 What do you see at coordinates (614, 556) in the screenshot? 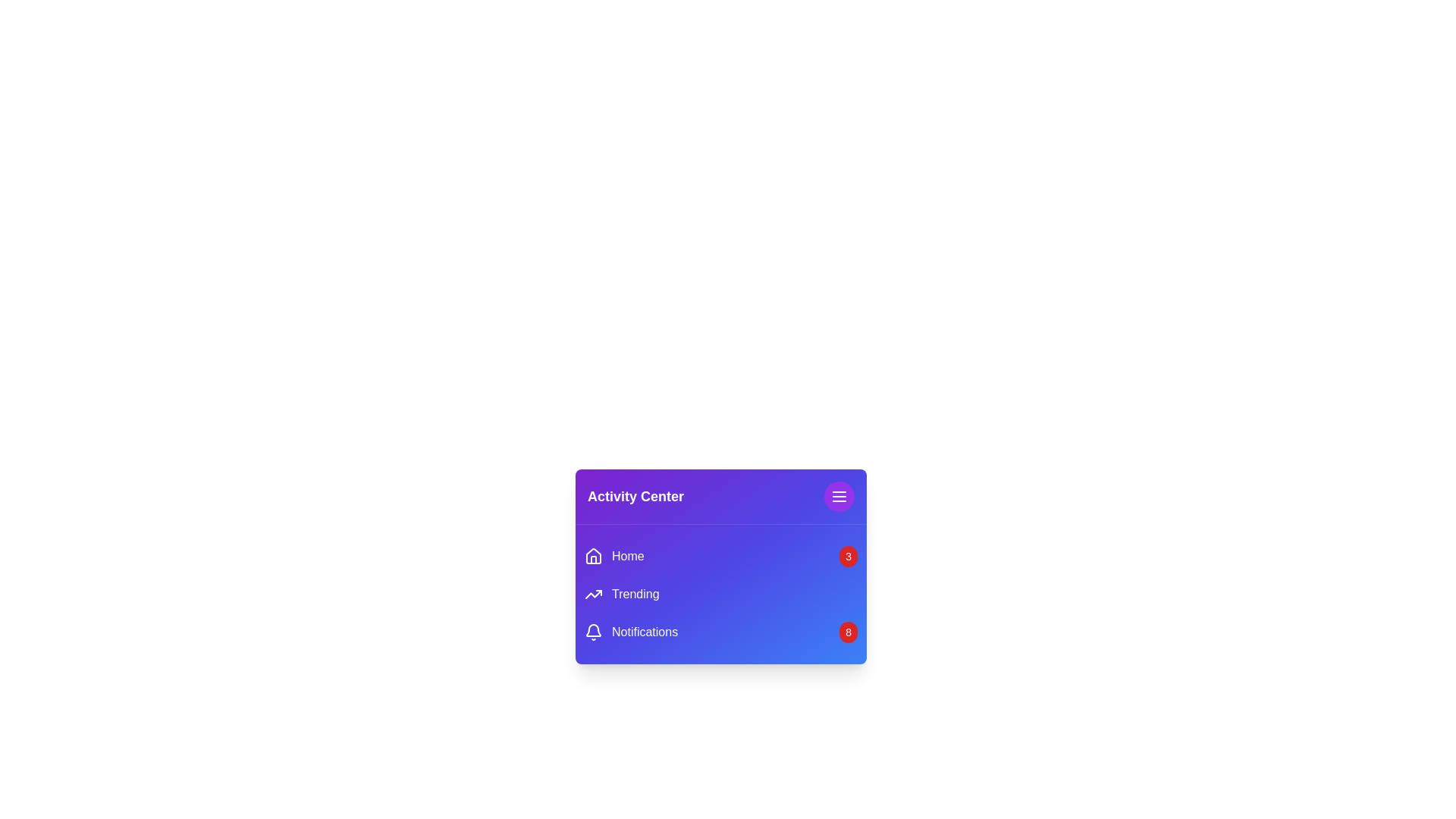
I see `the menu item Home to observe hover effects` at bounding box center [614, 556].